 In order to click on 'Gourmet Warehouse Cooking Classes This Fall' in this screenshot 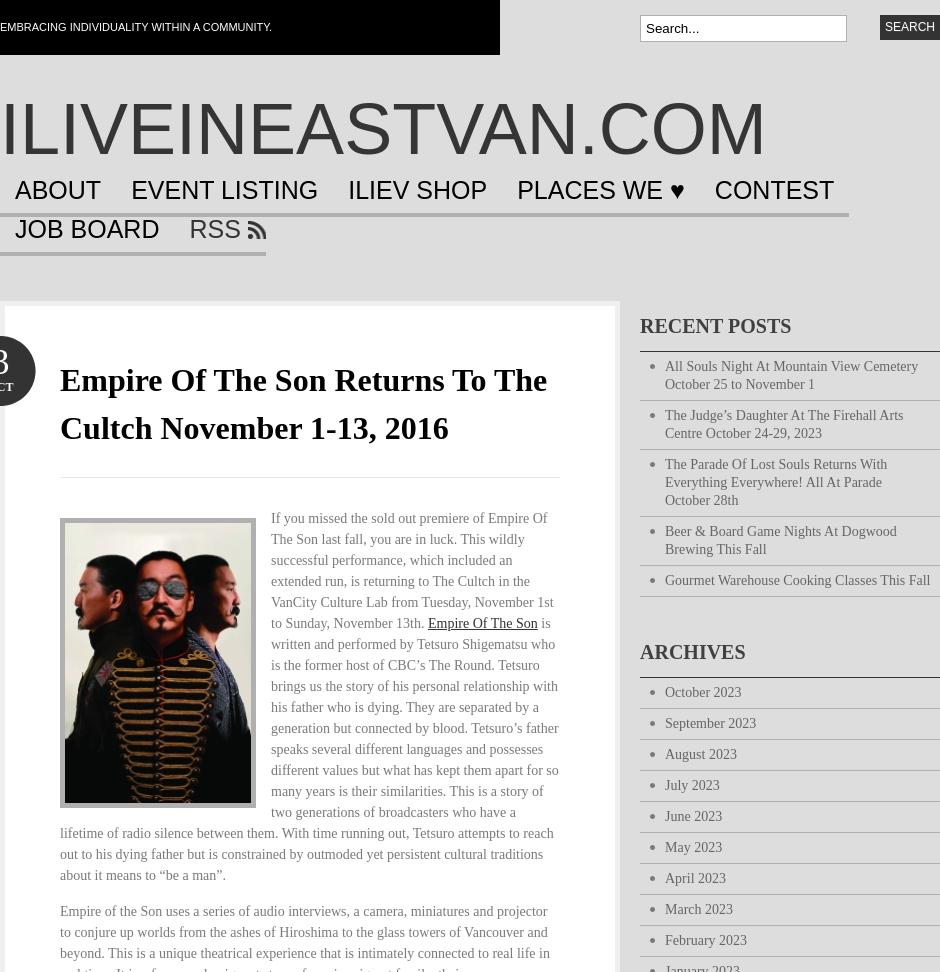, I will do `click(797, 579)`.